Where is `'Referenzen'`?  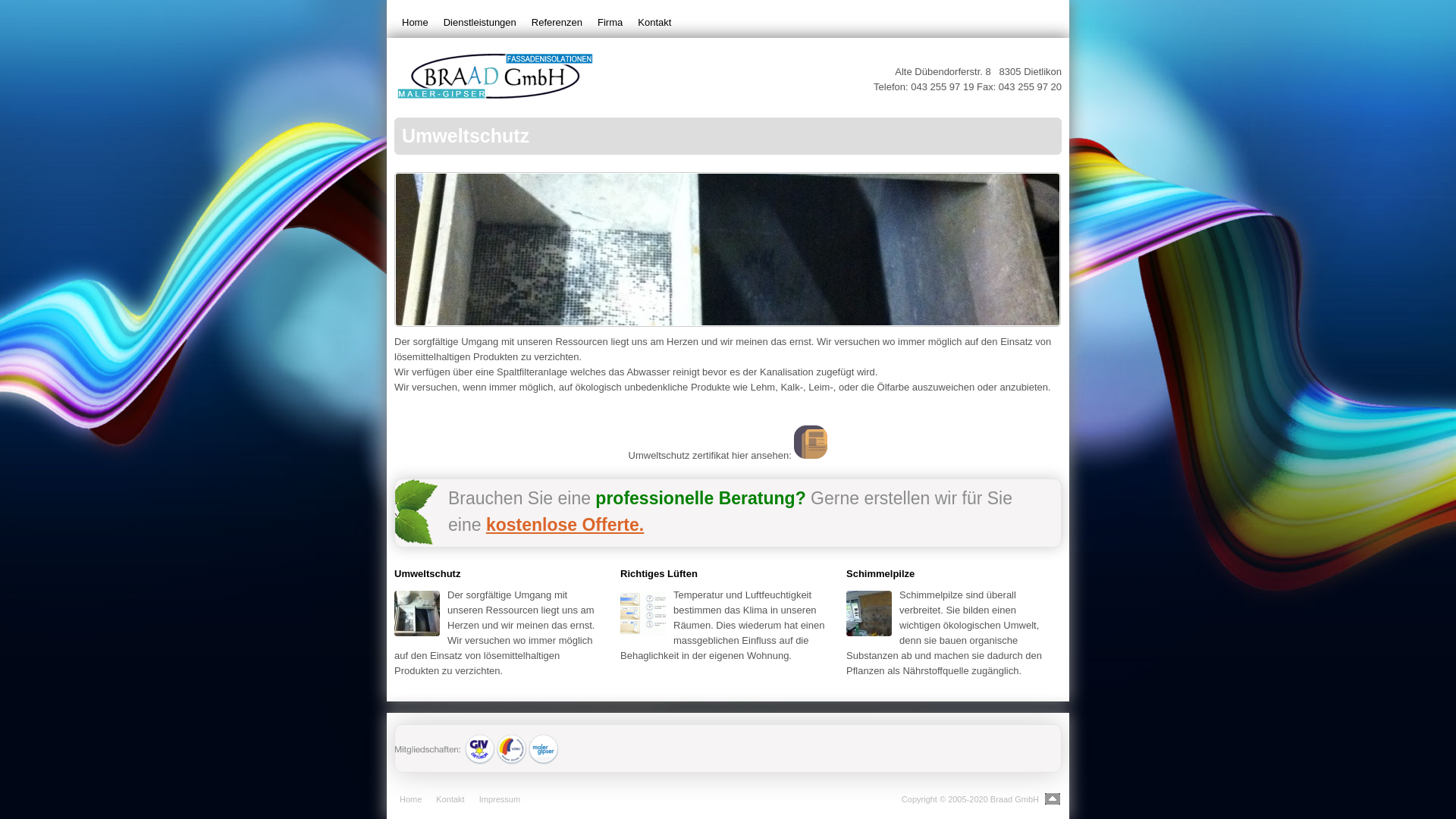 'Referenzen' is located at coordinates (556, 23).